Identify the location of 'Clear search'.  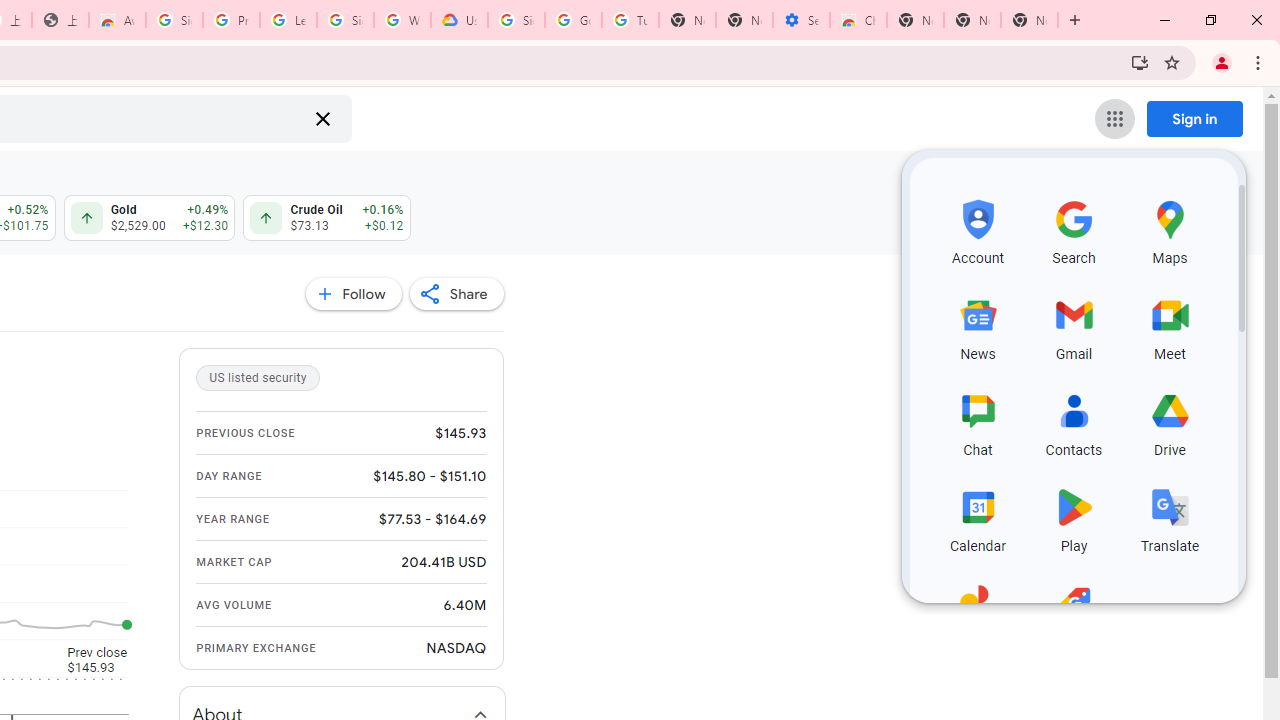
(322, 118).